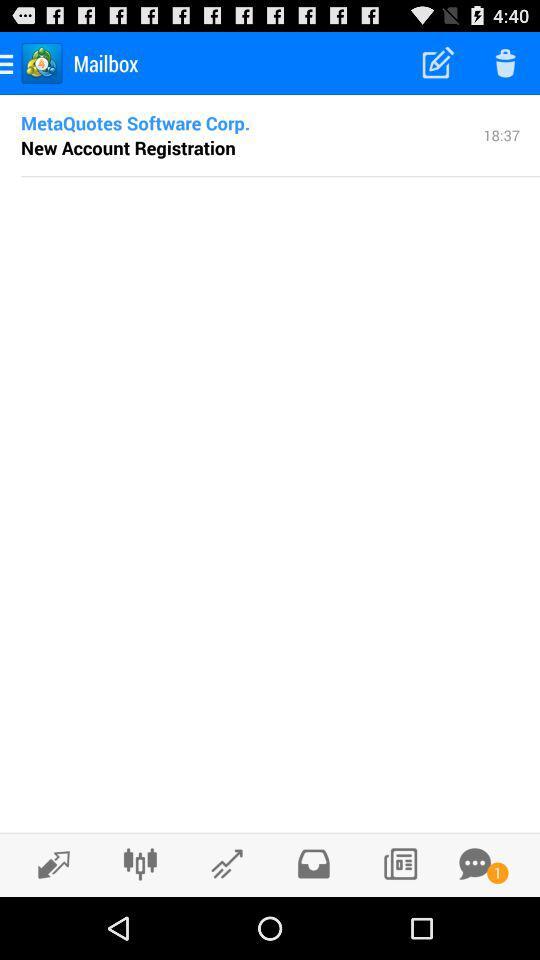  What do you see at coordinates (135, 121) in the screenshot?
I see `the icon to the left of the 18:37 item` at bounding box center [135, 121].